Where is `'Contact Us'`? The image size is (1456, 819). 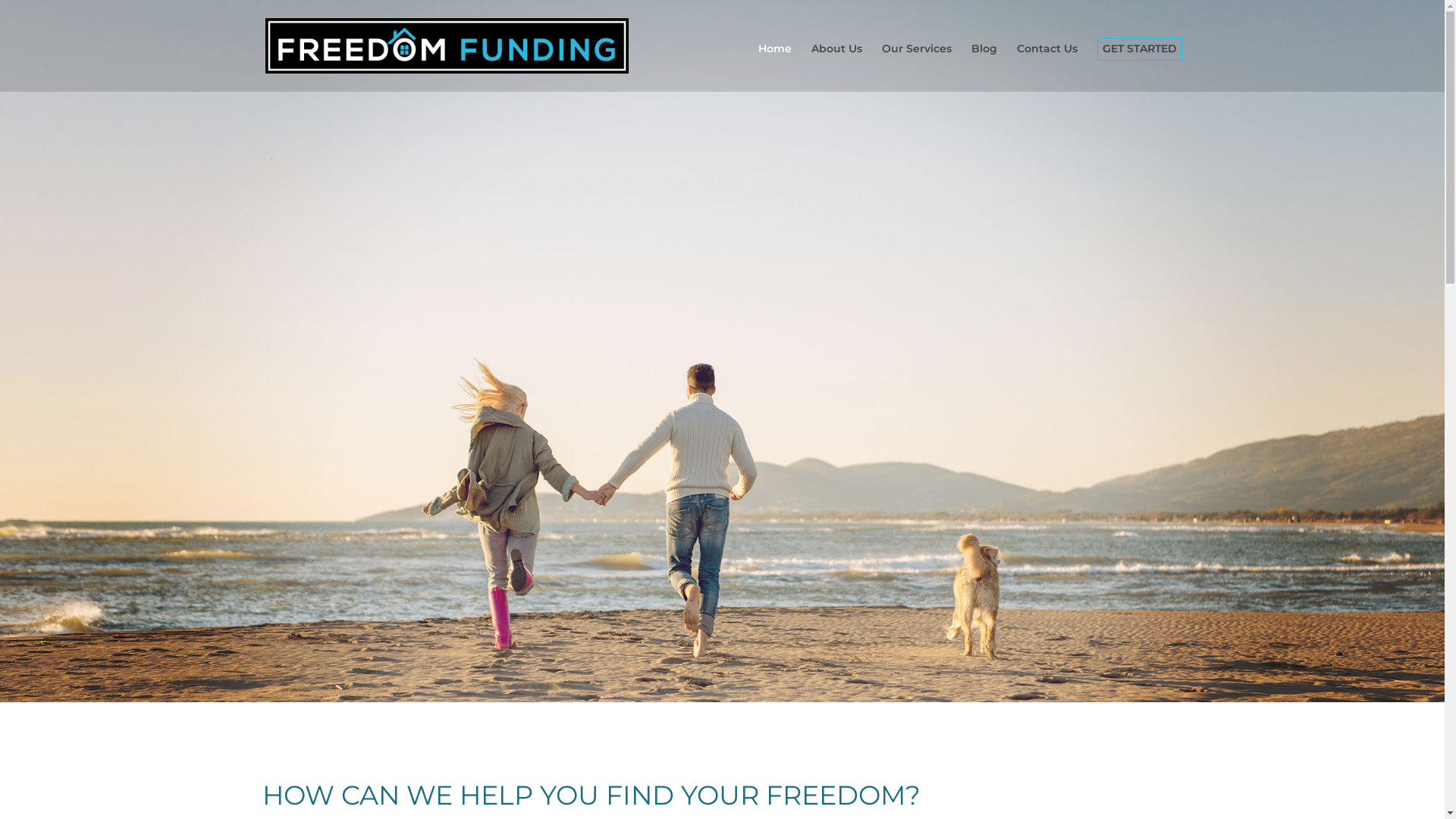
'Contact Us' is located at coordinates (1046, 66).